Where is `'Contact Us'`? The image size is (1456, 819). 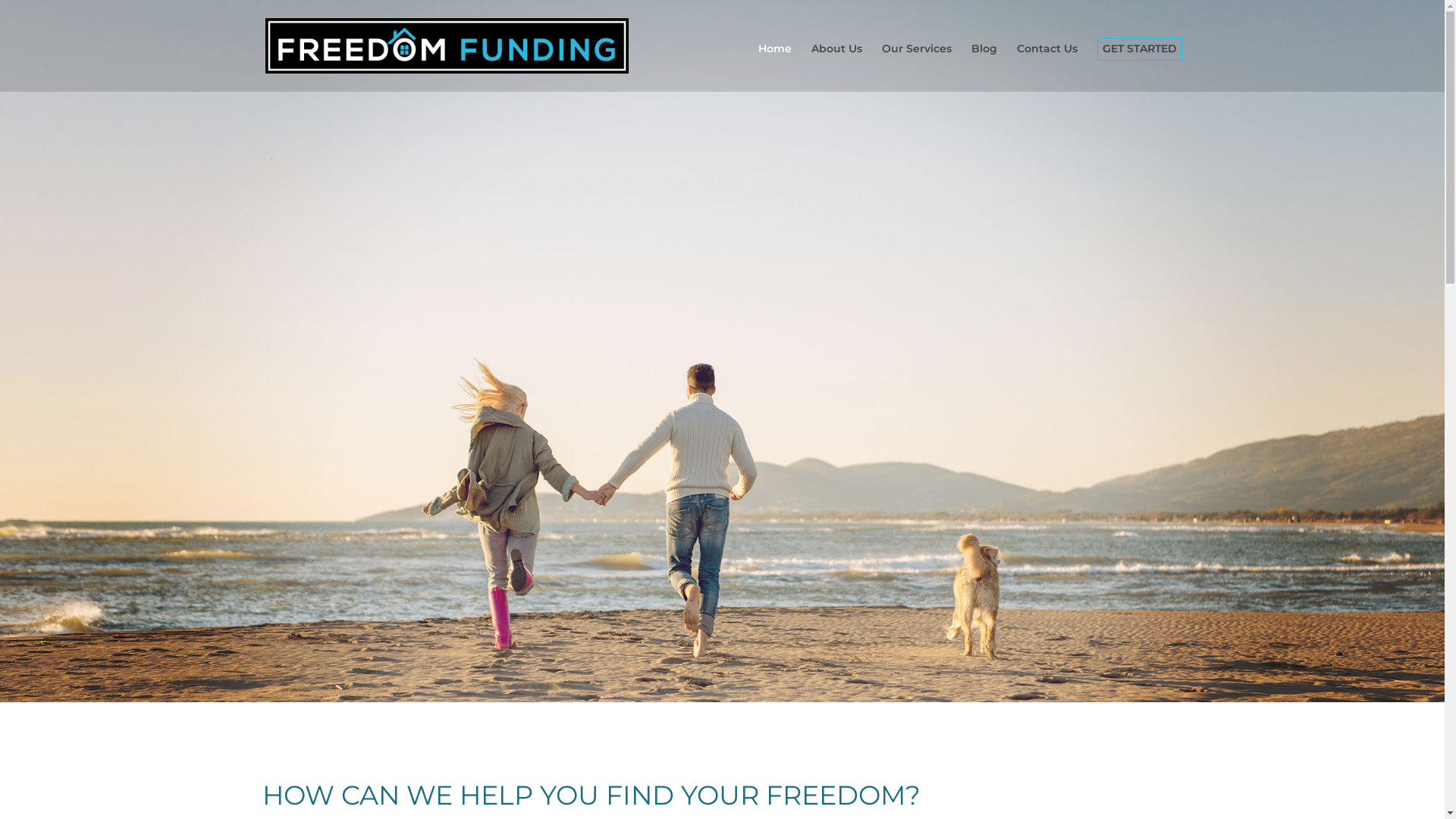
'Contact Us' is located at coordinates (1046, 66).